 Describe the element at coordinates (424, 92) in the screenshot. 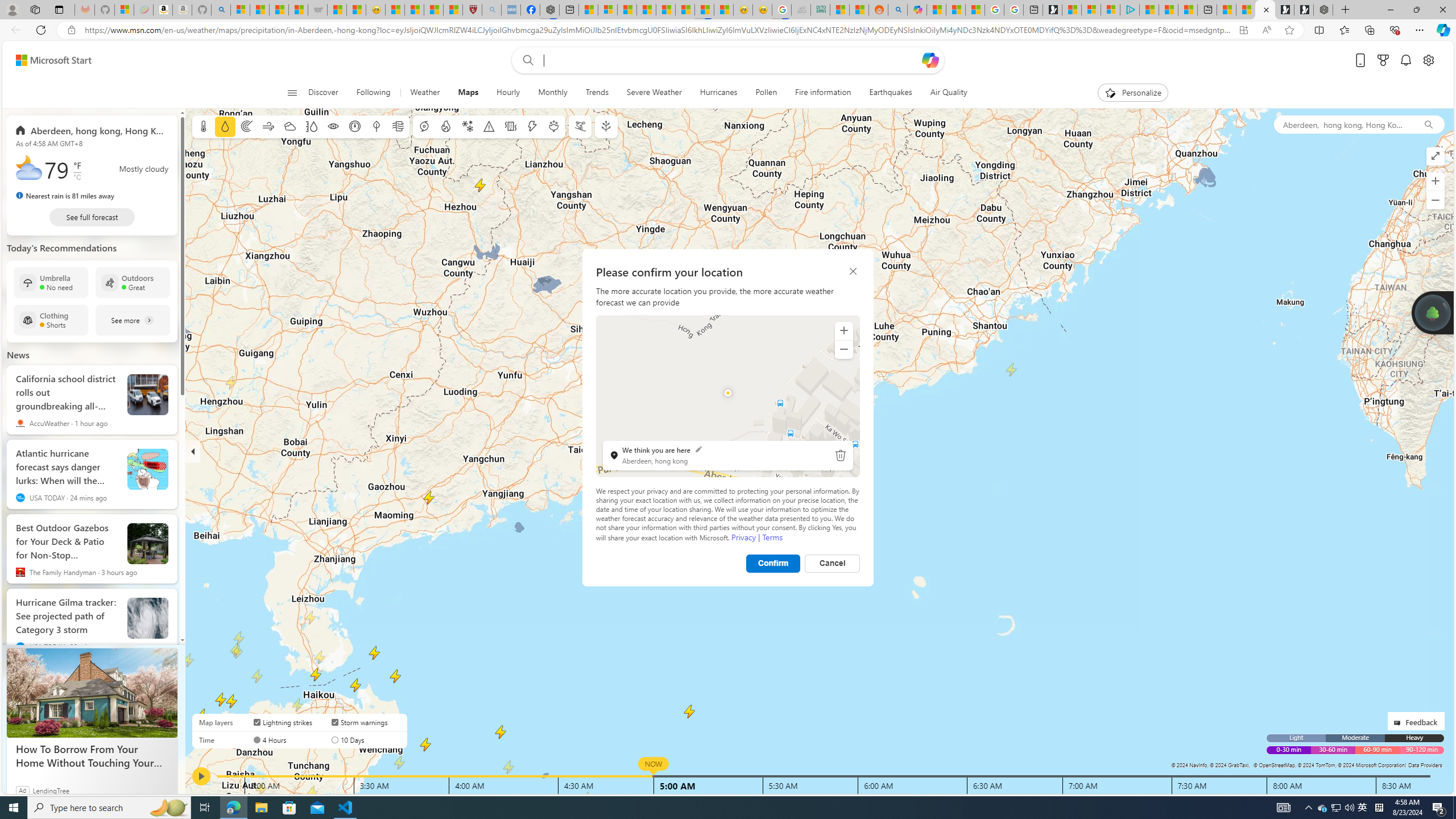

I see `'Weather'` at that location.